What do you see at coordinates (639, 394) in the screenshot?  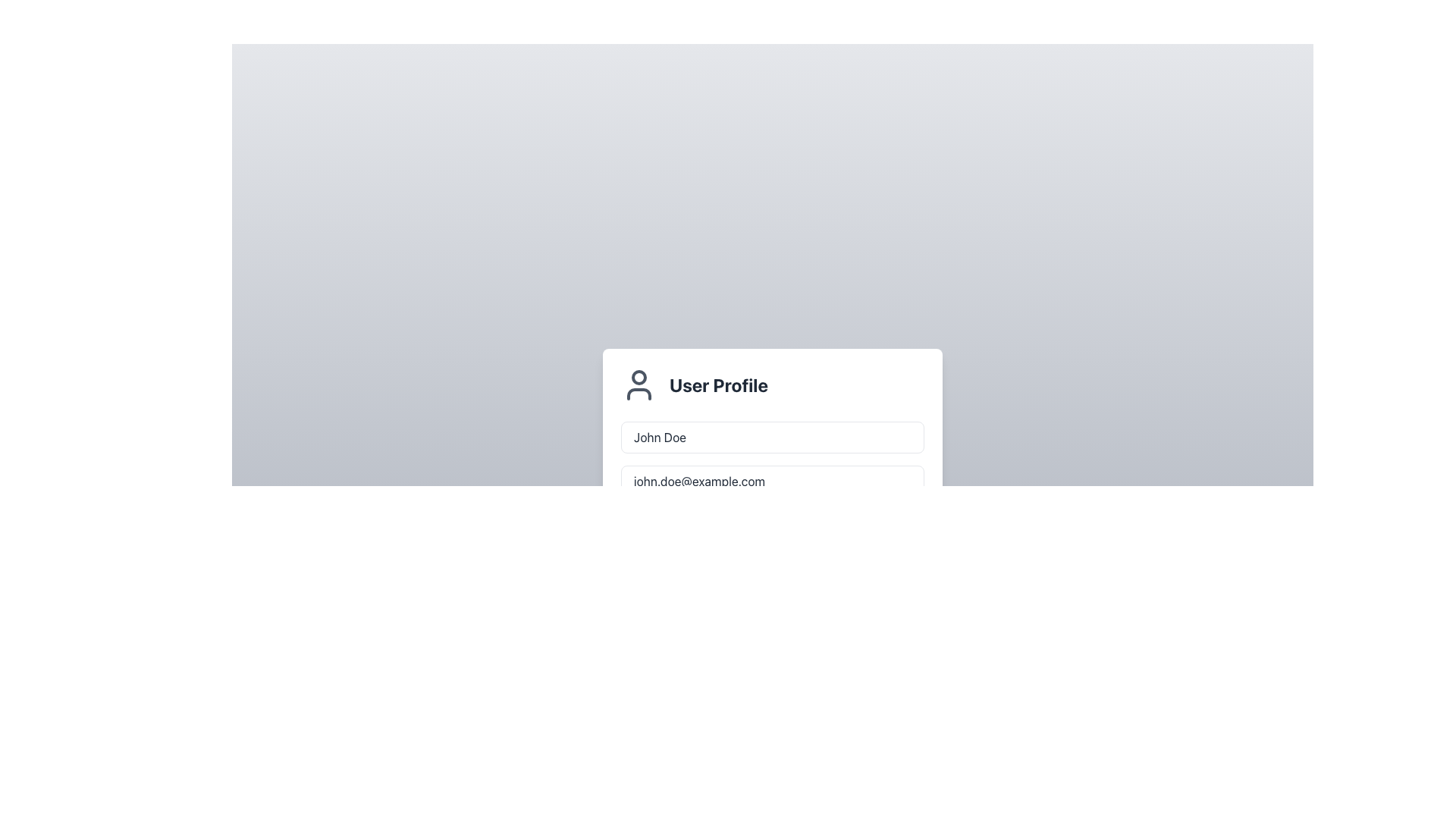 I see `the graphical detail of the user profile icon, which is the second part of the SVG icon located directly under the circular head` at bounding box center [639, 394].